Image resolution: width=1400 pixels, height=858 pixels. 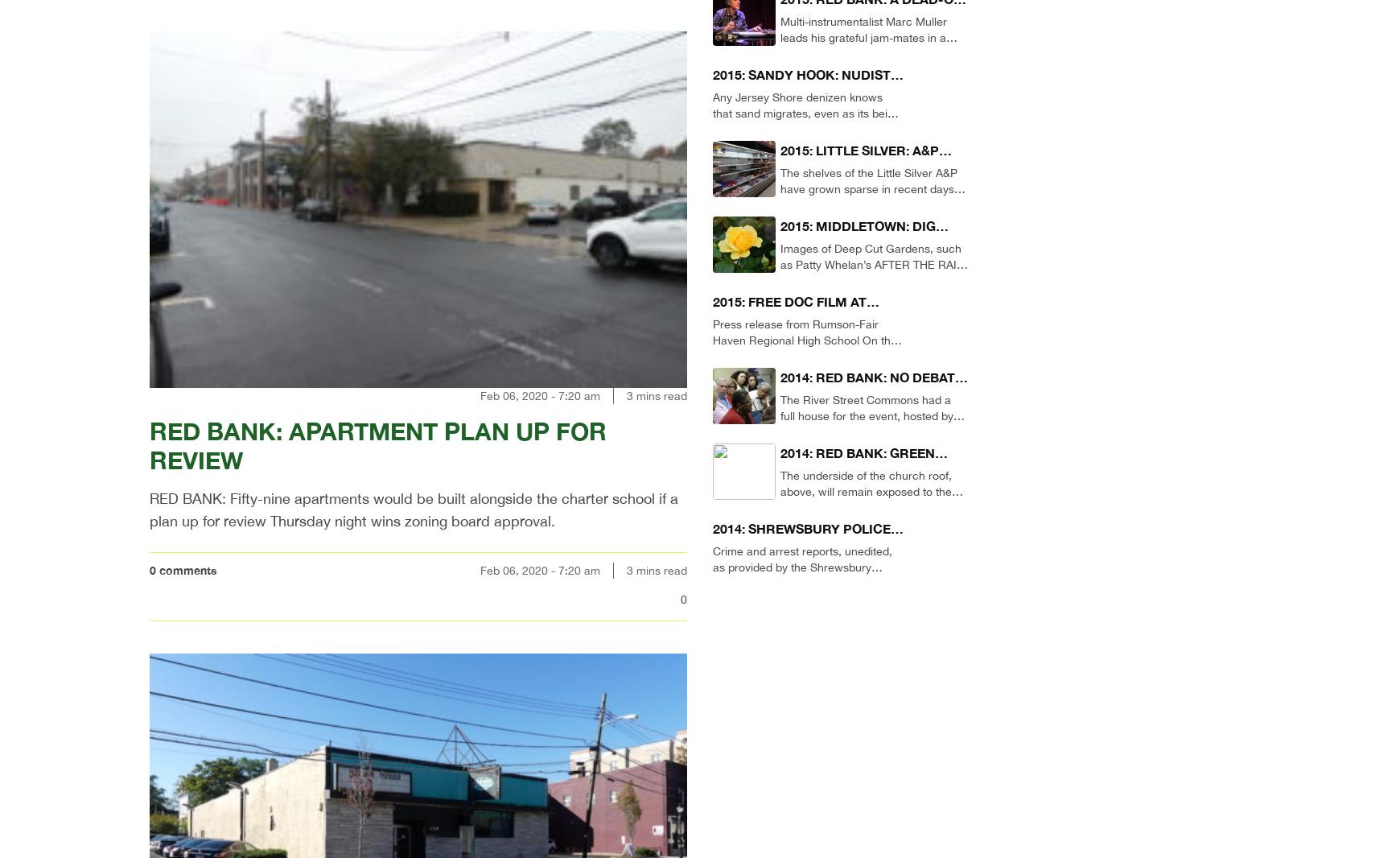 What do you see at coordinates (780, 159) in the screenshot?
I see `'2015: LITTLE SILVER: A&P PETERS OUT'` at bounding box center [780, 159].